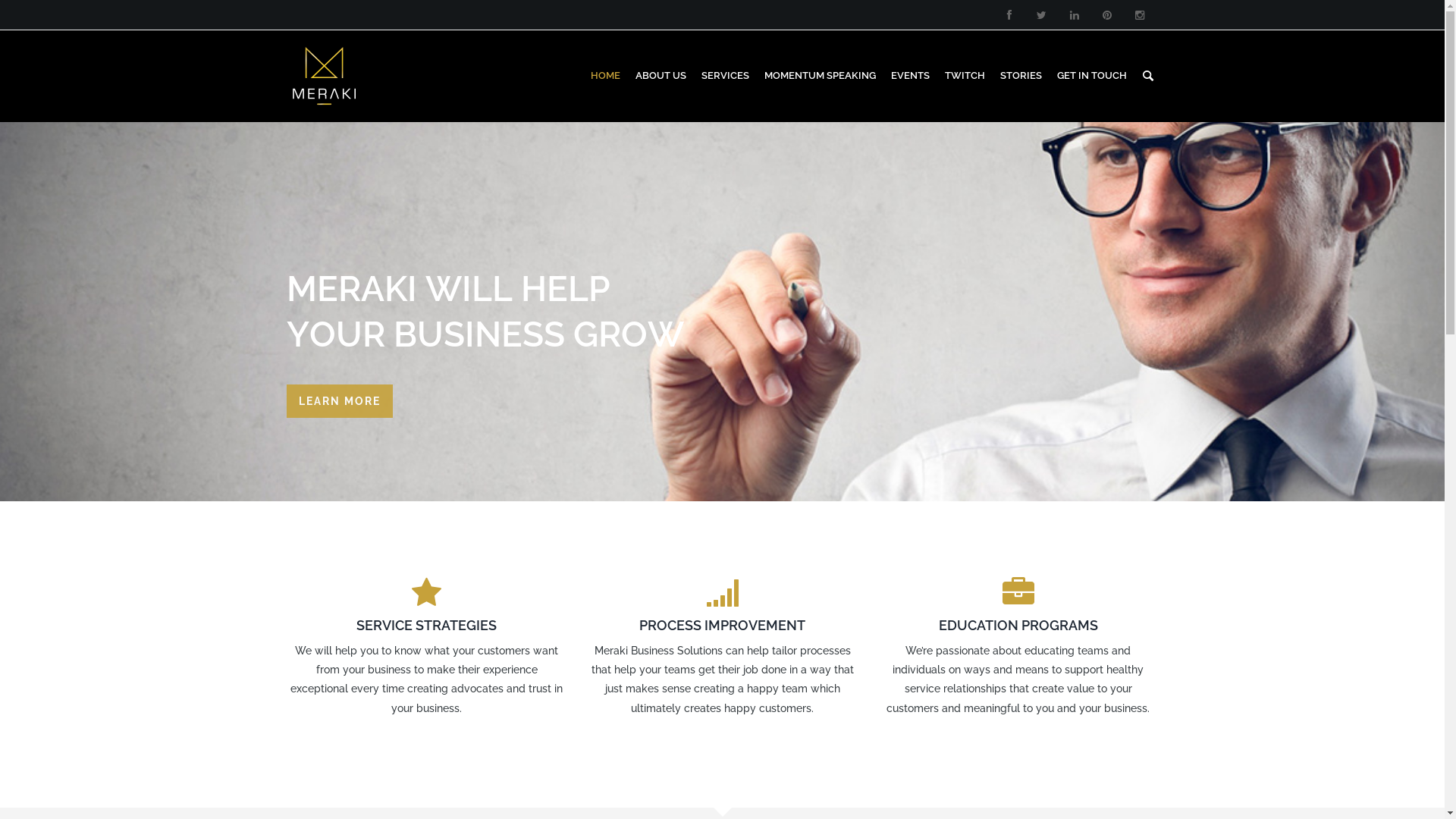  What do you see at coordinates (819, 76) in the screenshot?
I see `'MOMENTUM SPEAKING'` at bounding box center [819, 76].